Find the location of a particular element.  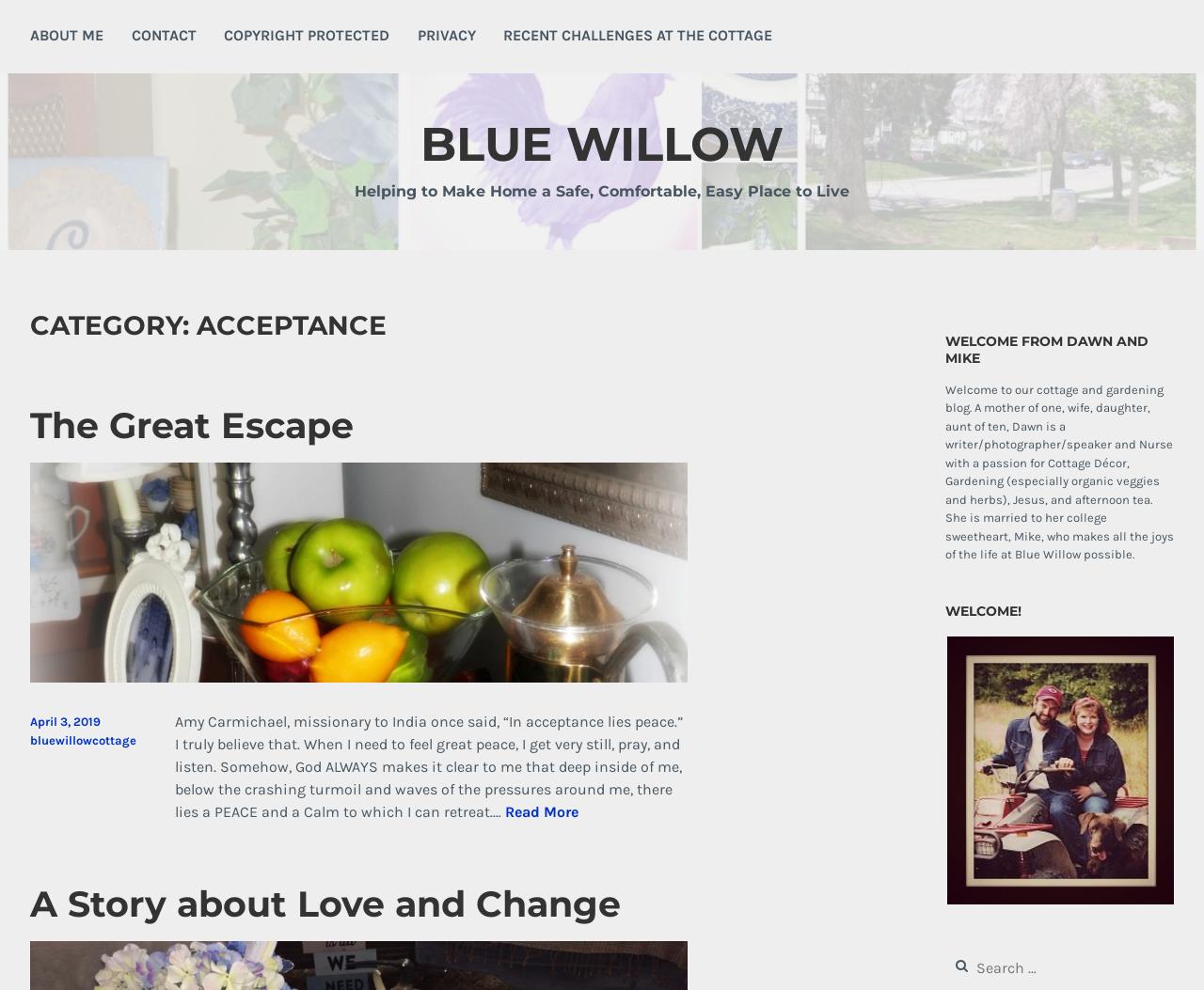

'Welcome!' is located at coordinates (981, 610).